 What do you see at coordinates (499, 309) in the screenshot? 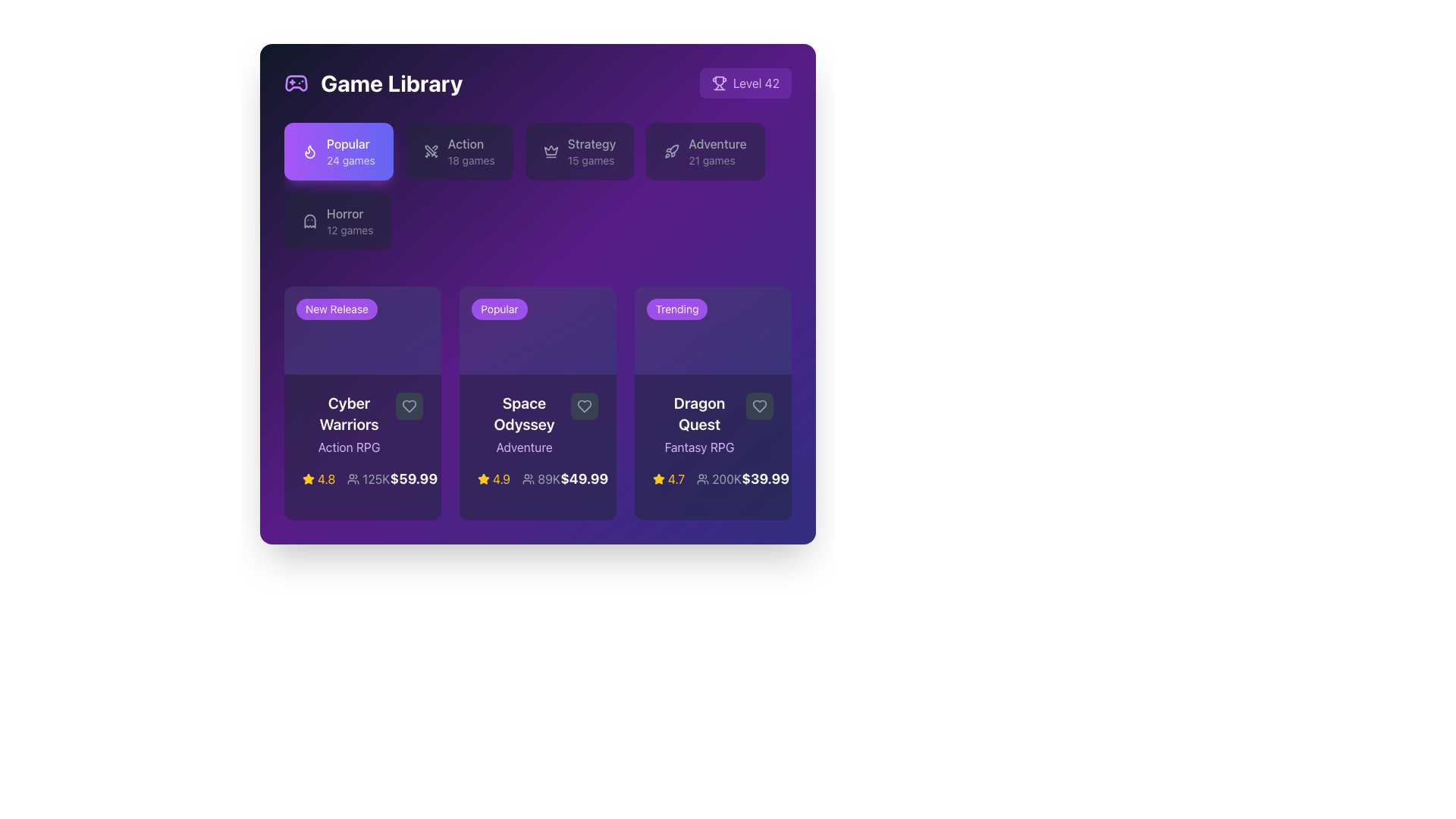
I see `the 'Popular' label located at the top-left of the item card in the 'Game Library'` at bounding box center [499, 309].